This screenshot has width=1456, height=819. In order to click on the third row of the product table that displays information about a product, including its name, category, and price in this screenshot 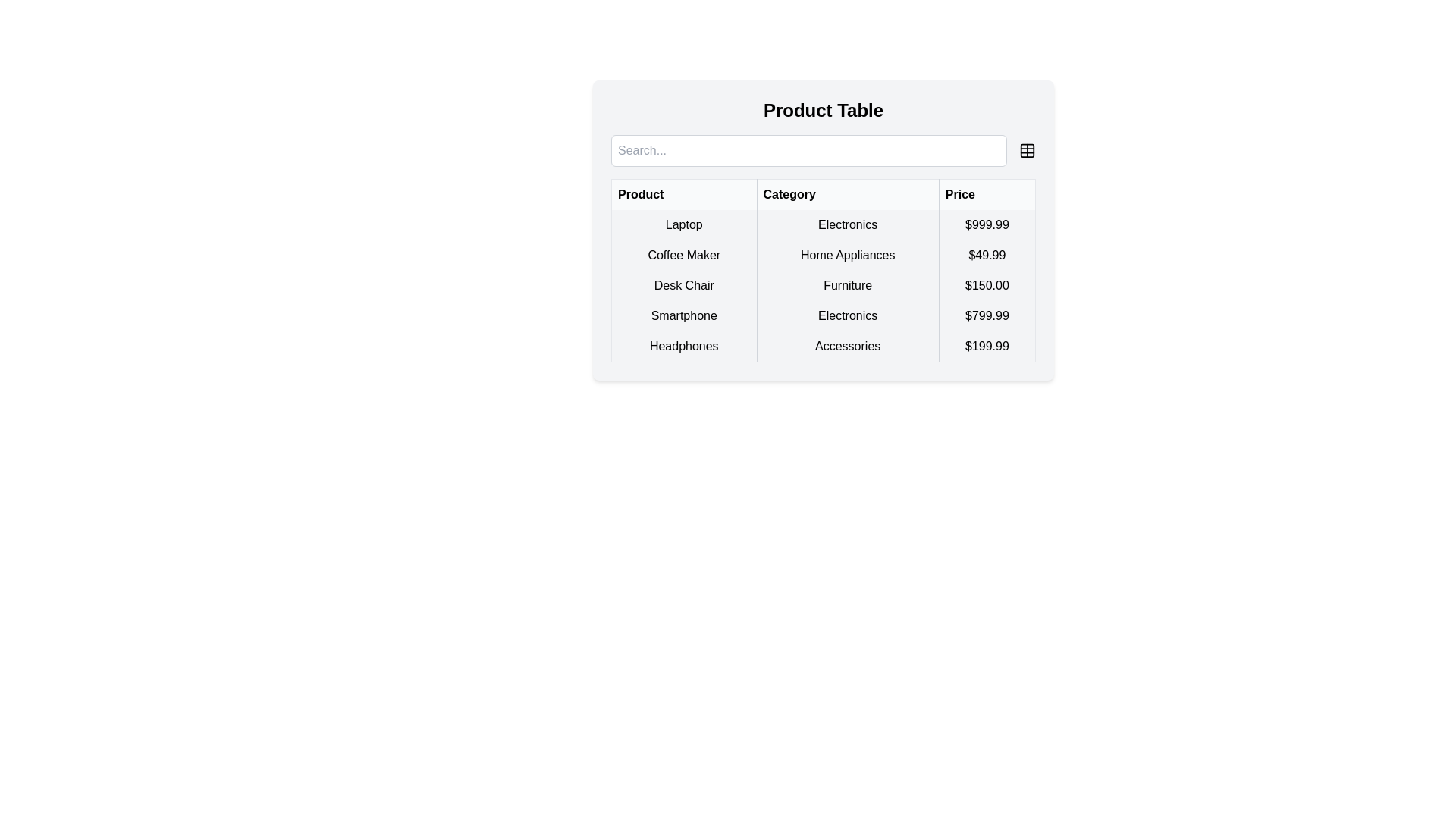, I will do `click(822, 286)`.